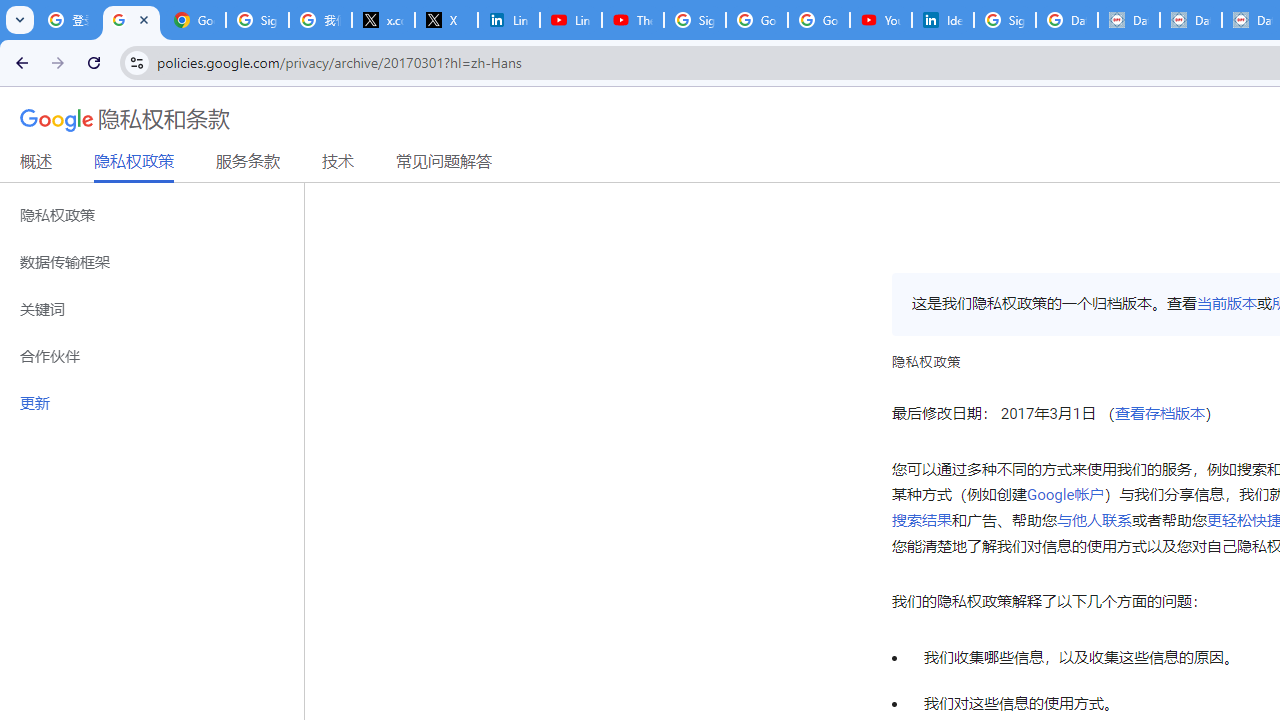  Describe the element at coordinates (508, 20) in the screenshot. I see `'LinkedIn Privacy Policy'` at that location.